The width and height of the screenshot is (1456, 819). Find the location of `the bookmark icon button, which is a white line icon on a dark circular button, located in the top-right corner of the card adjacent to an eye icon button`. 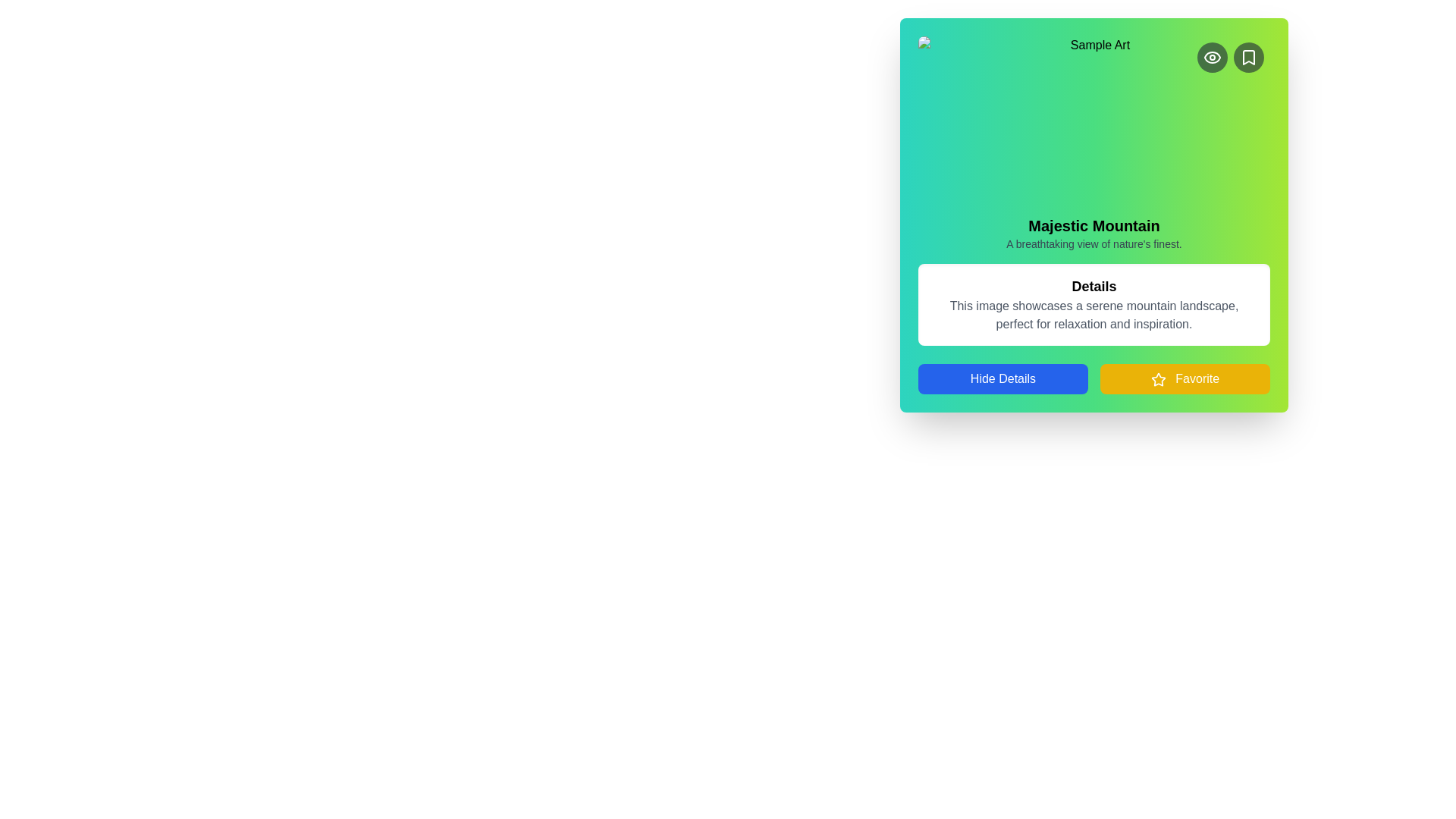

the bookmark icon button, which is a white line icon on a dark circular button, located in the top-right corner of the card adjacent to an eye icon button is located at coordinates (1248, 57).